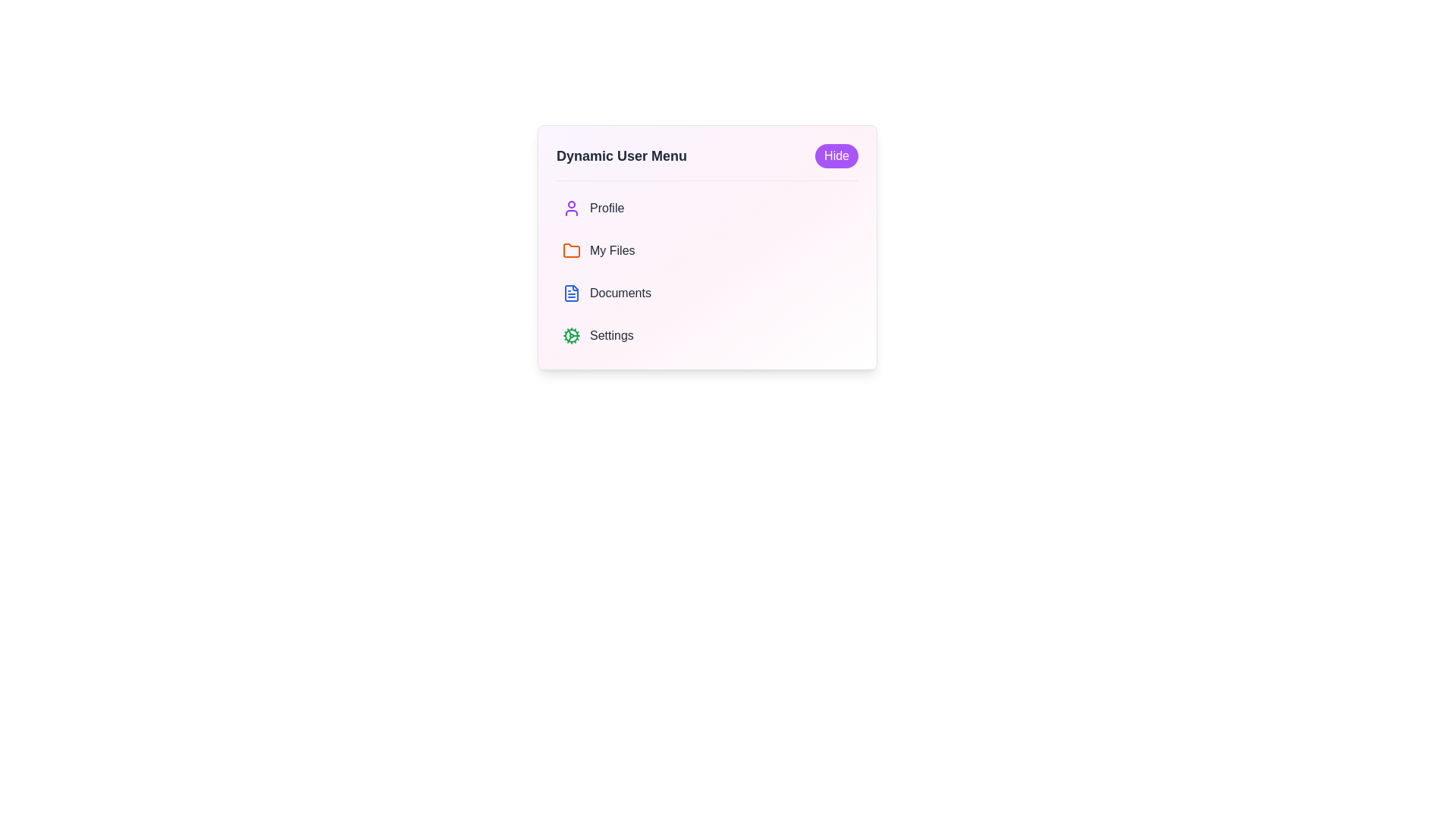 The width and height of the screenshot is (1456, 819). I want to click on the 'Profile' option text label located immediately below the 'Dynamic User Menu' heading, so click(607, 208).